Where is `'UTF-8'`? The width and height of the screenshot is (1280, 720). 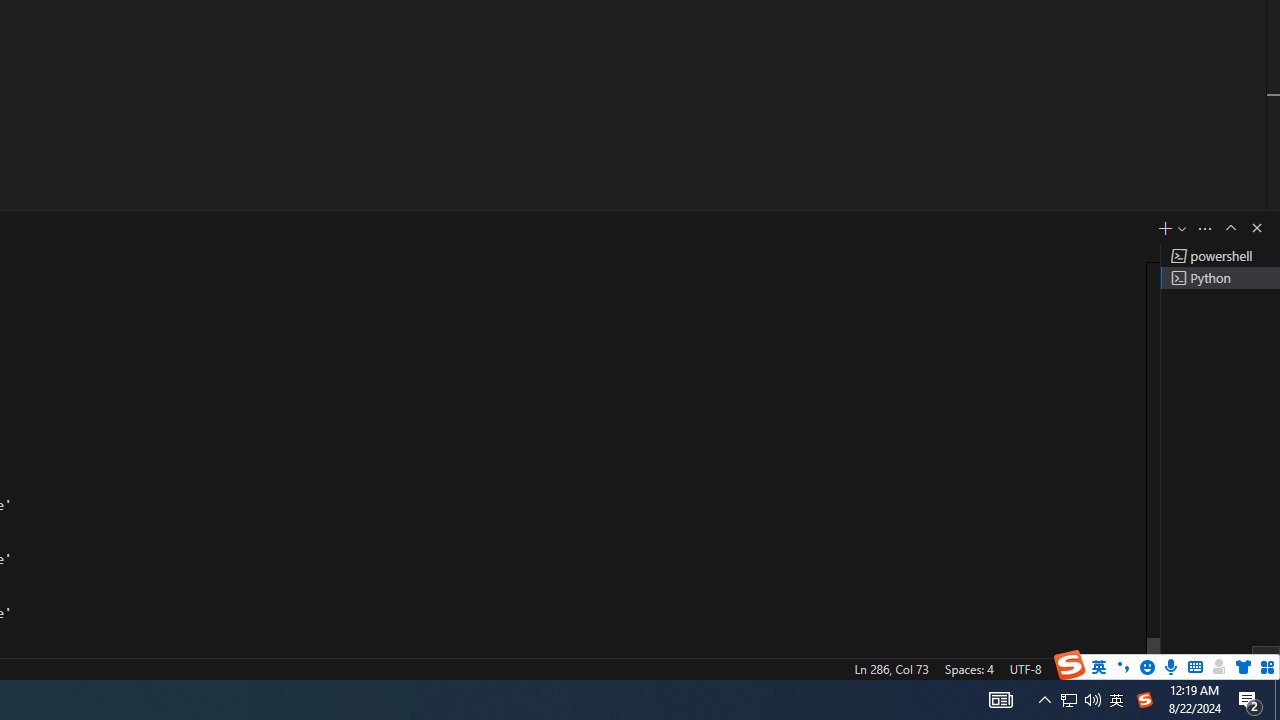
'UTF-8' is located at coordinates (1025, 668).